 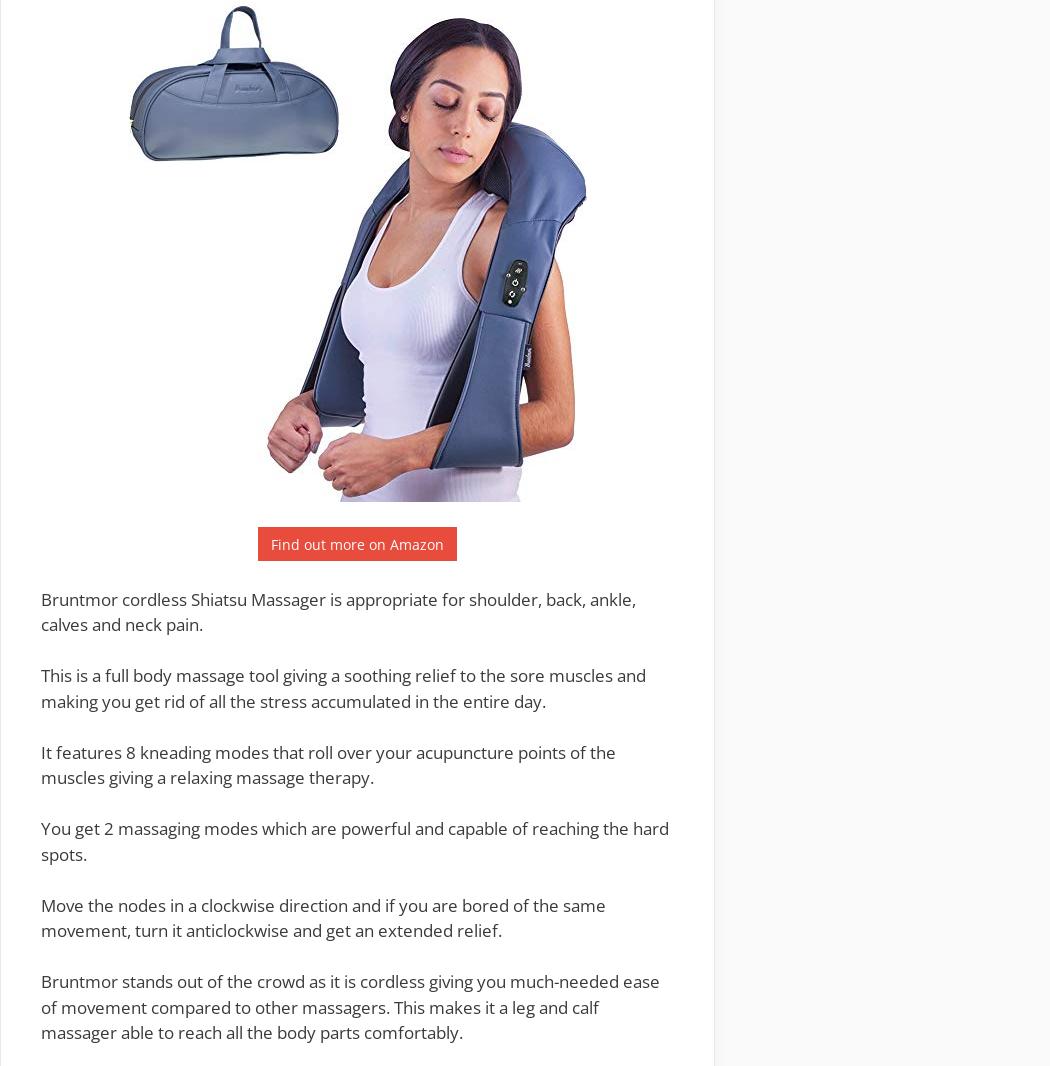 I want to click on 'Bruntmor stands out of the crowd as it is cordless giving you much-needed ease of movement compared to other massagers. This makes it a leg and calf massager able to reach all the body parts comfortably.', so click(x=349, y=1007).